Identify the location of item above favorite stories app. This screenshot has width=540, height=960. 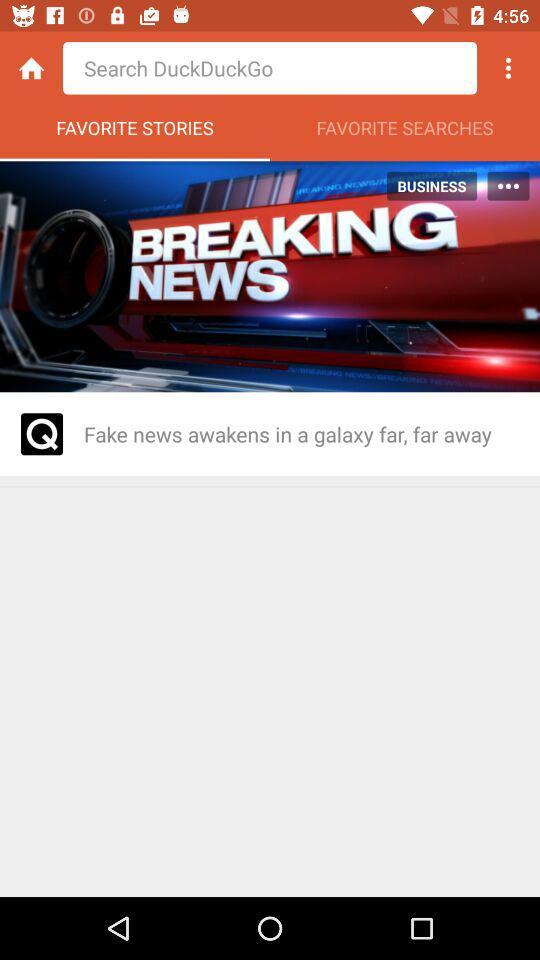
(270, 68).